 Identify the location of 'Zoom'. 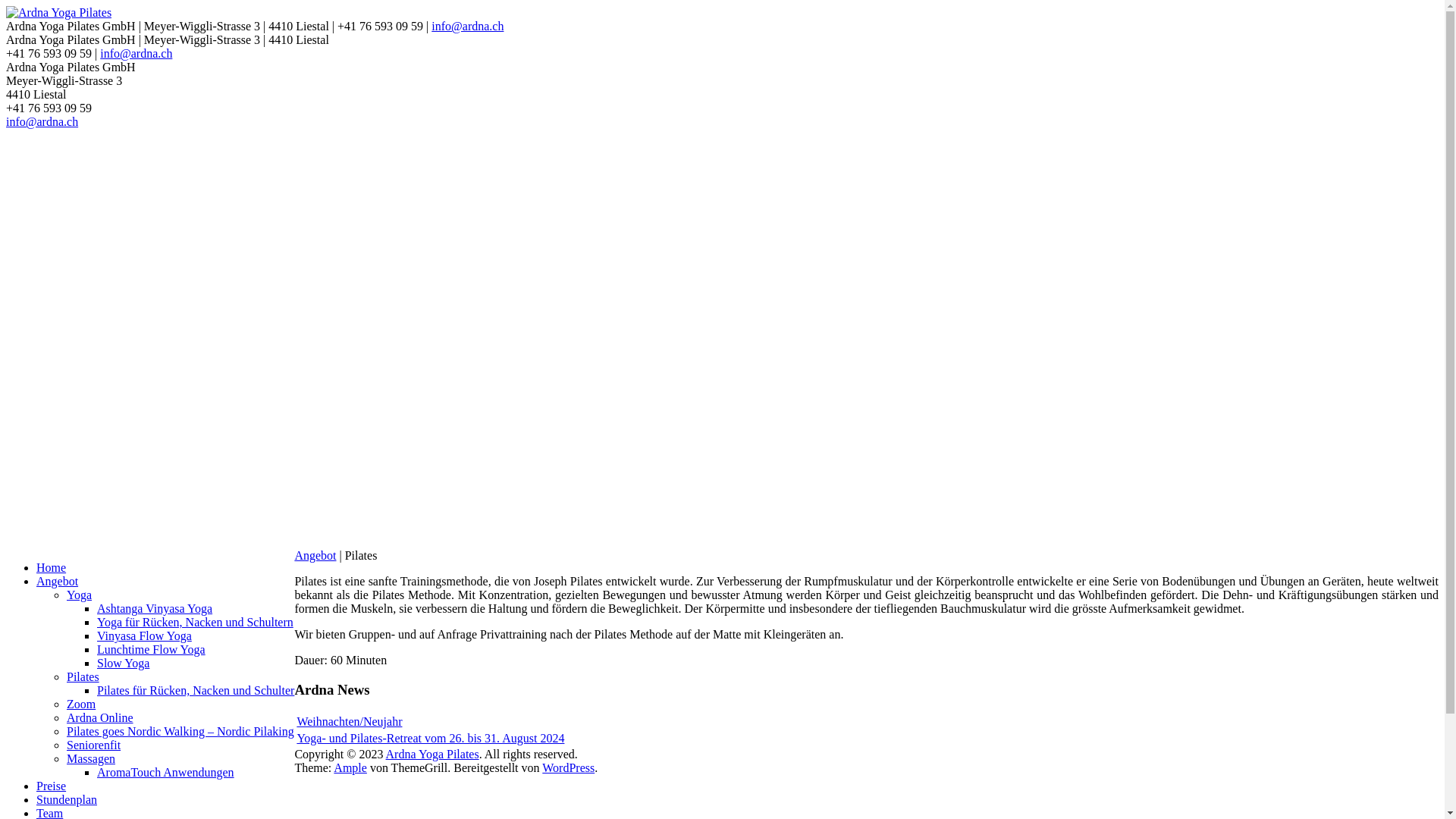
(80, 704).